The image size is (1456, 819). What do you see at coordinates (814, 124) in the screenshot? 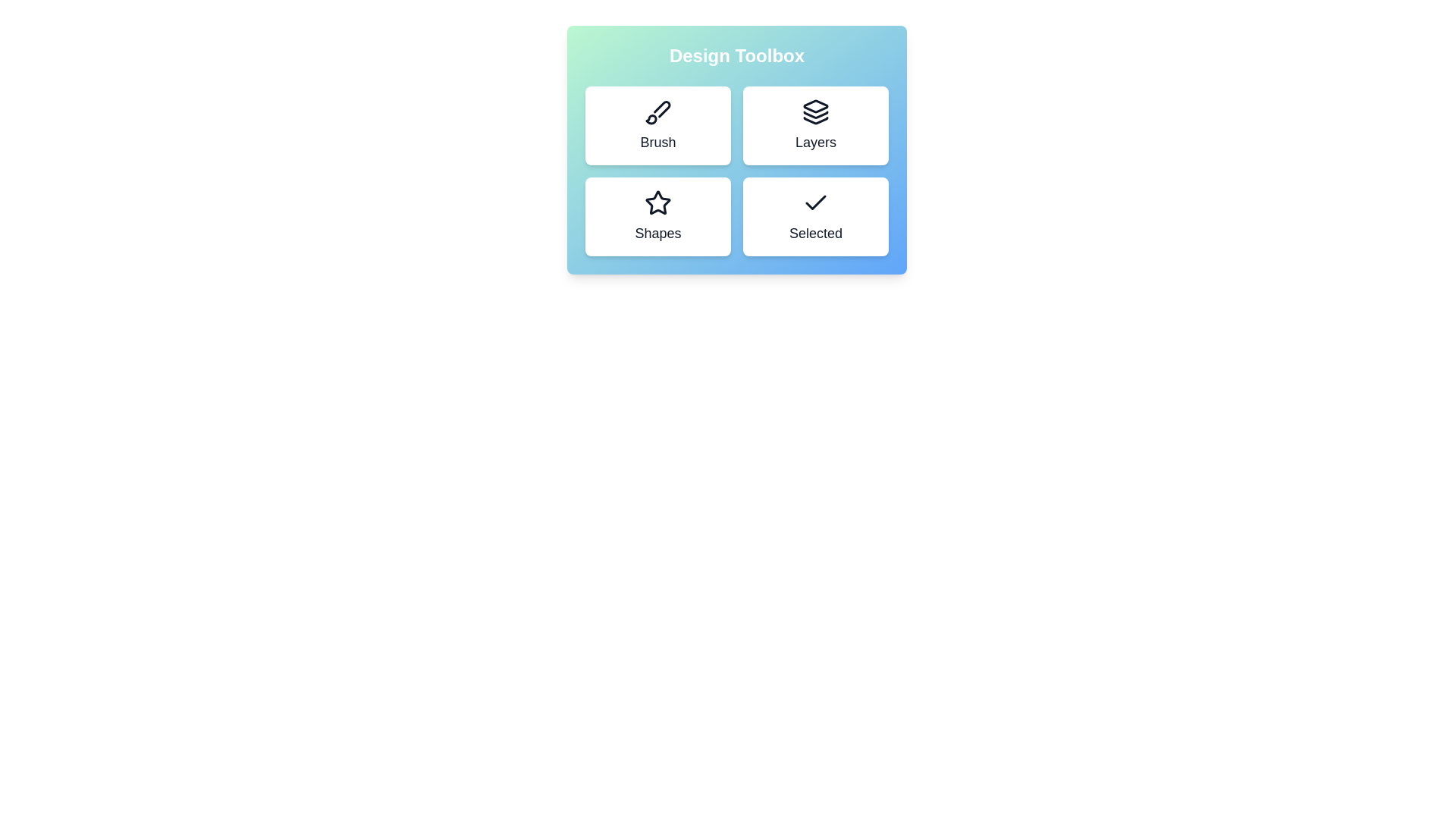
I see `the button labeled Layers to select or deselect it` at bounding box center [814, 124].